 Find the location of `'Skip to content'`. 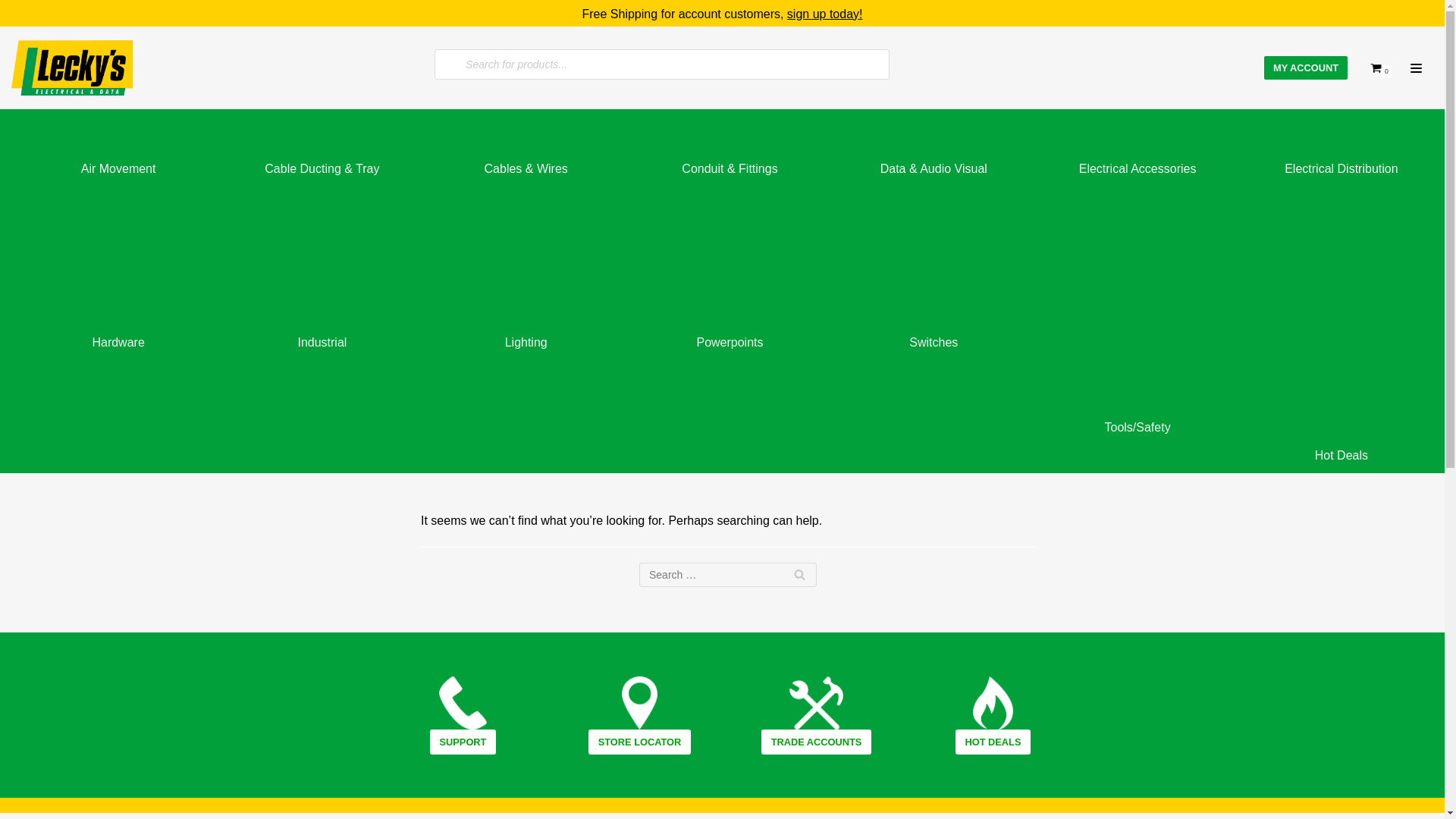

'Skip to content' is located at coordinates (14, 32).